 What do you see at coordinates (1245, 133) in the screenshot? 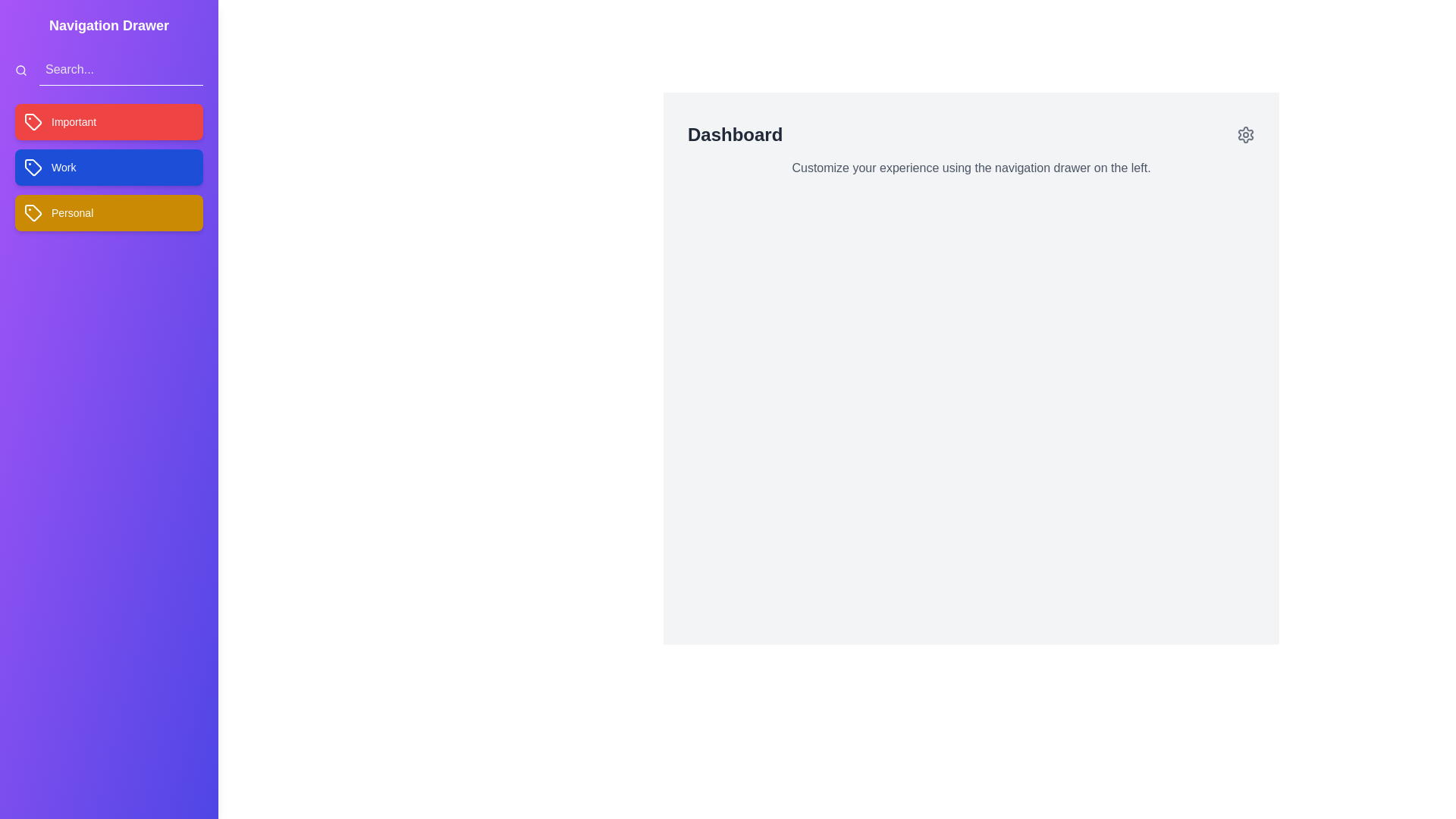
I see `the settings button in the dashboard` at bounding box center [1245, 133].